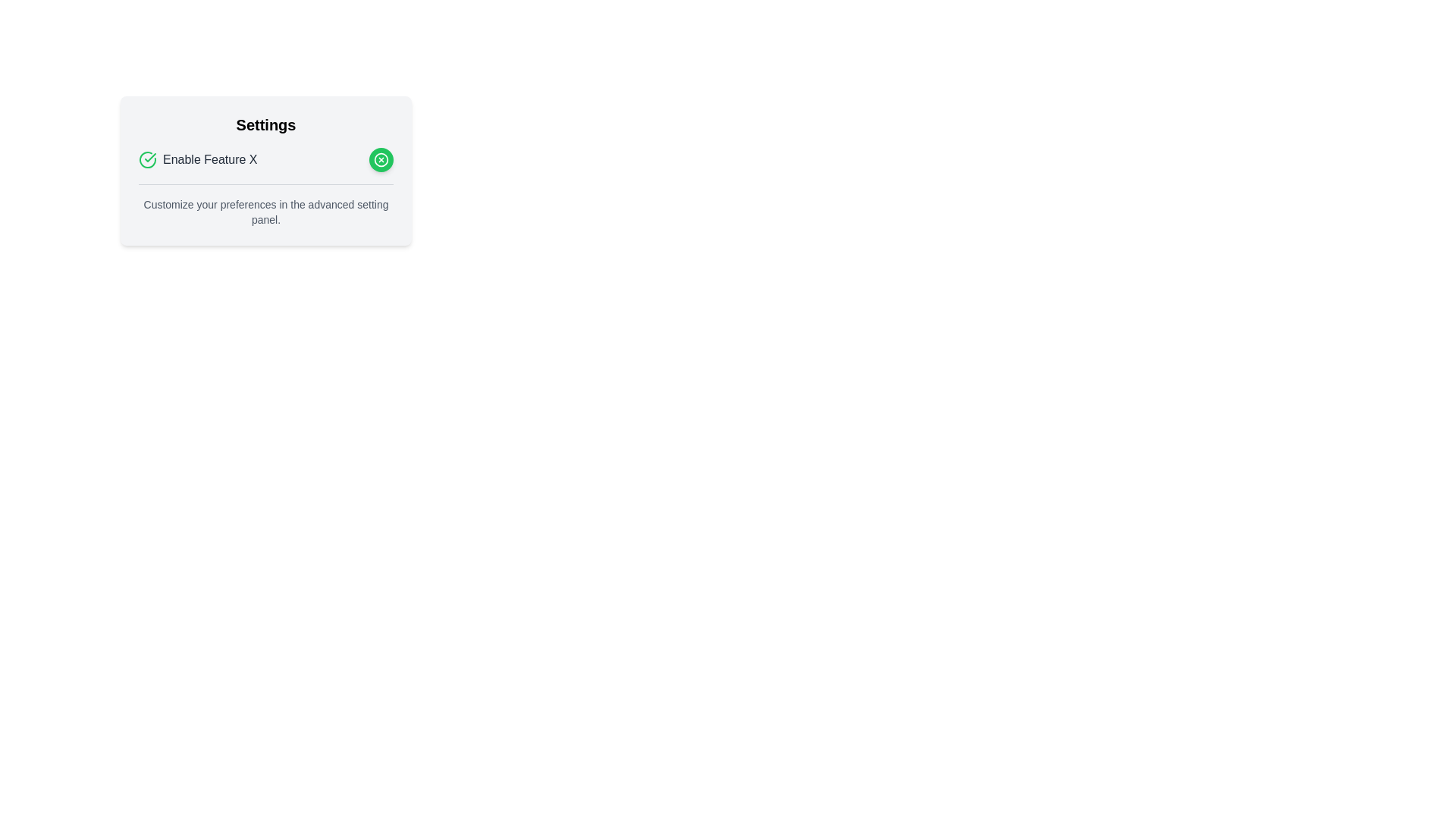 This screenshot has width=1456, height=819. Describe the element at coordinates (265, 212) in the screenshot. I see `the static text that provides additional contextual information about the settings, located below the 'Enable Feature X' toggle in the settings card` at that location.